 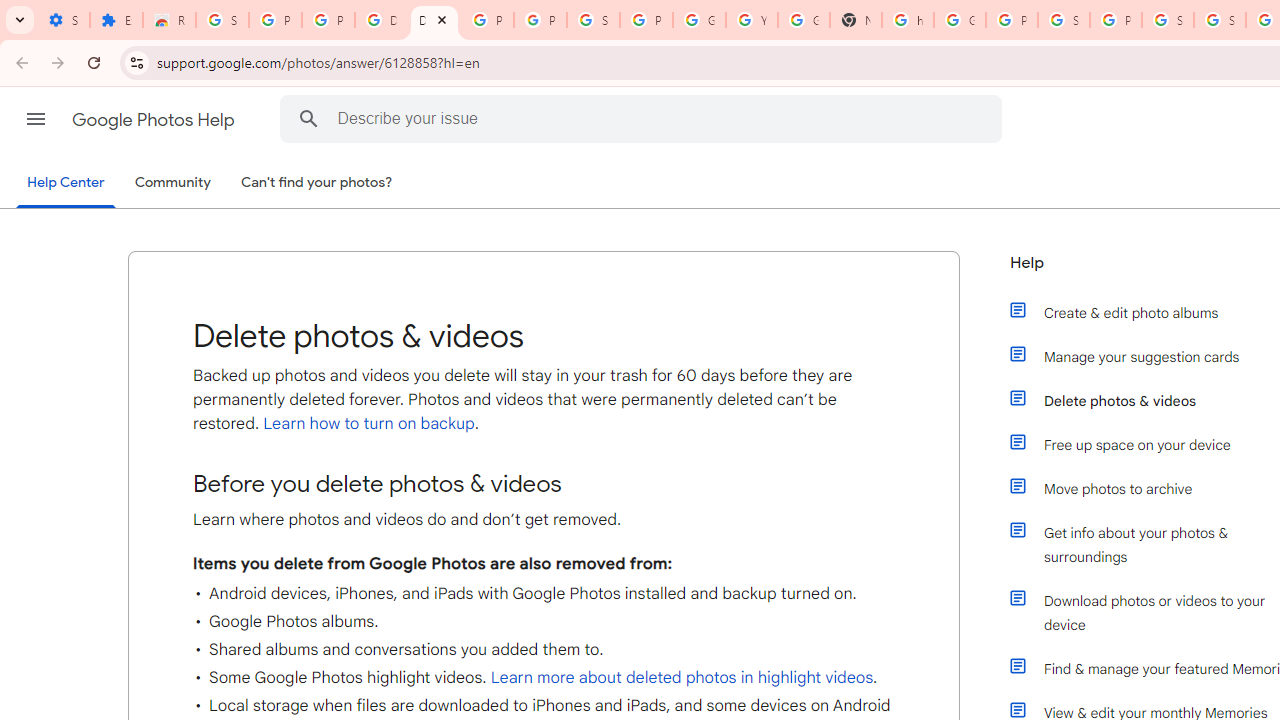 What do you see at coordinates (172, 183) in the screenshot?
I see `'Community'` at bounding box center [172, 183].